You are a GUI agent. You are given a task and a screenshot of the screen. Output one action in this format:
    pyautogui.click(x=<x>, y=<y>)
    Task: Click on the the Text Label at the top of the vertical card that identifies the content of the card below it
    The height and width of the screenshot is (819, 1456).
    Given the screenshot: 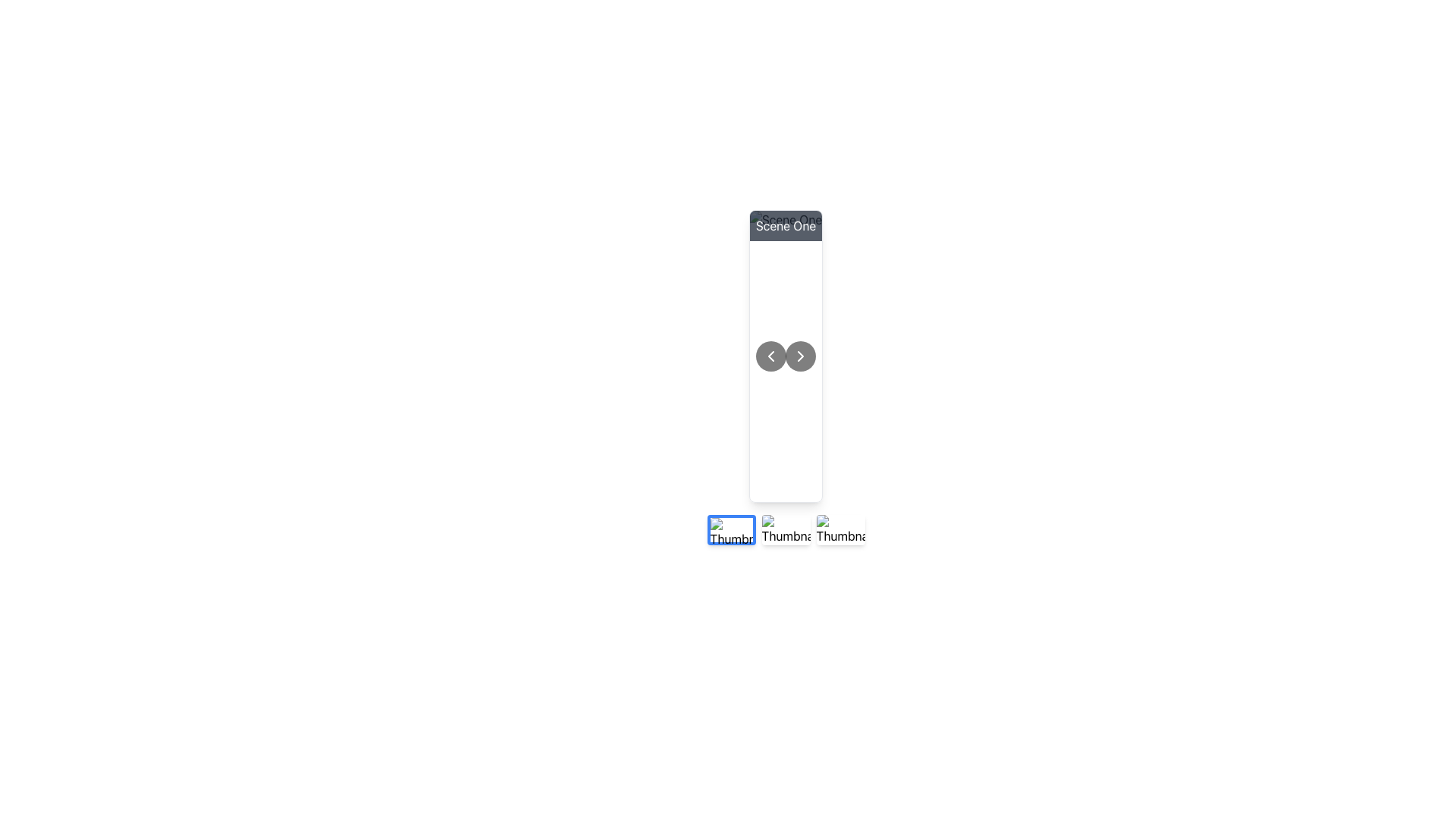 What is the action you would take?
    pyautogui.click(x=786, y=225)
    